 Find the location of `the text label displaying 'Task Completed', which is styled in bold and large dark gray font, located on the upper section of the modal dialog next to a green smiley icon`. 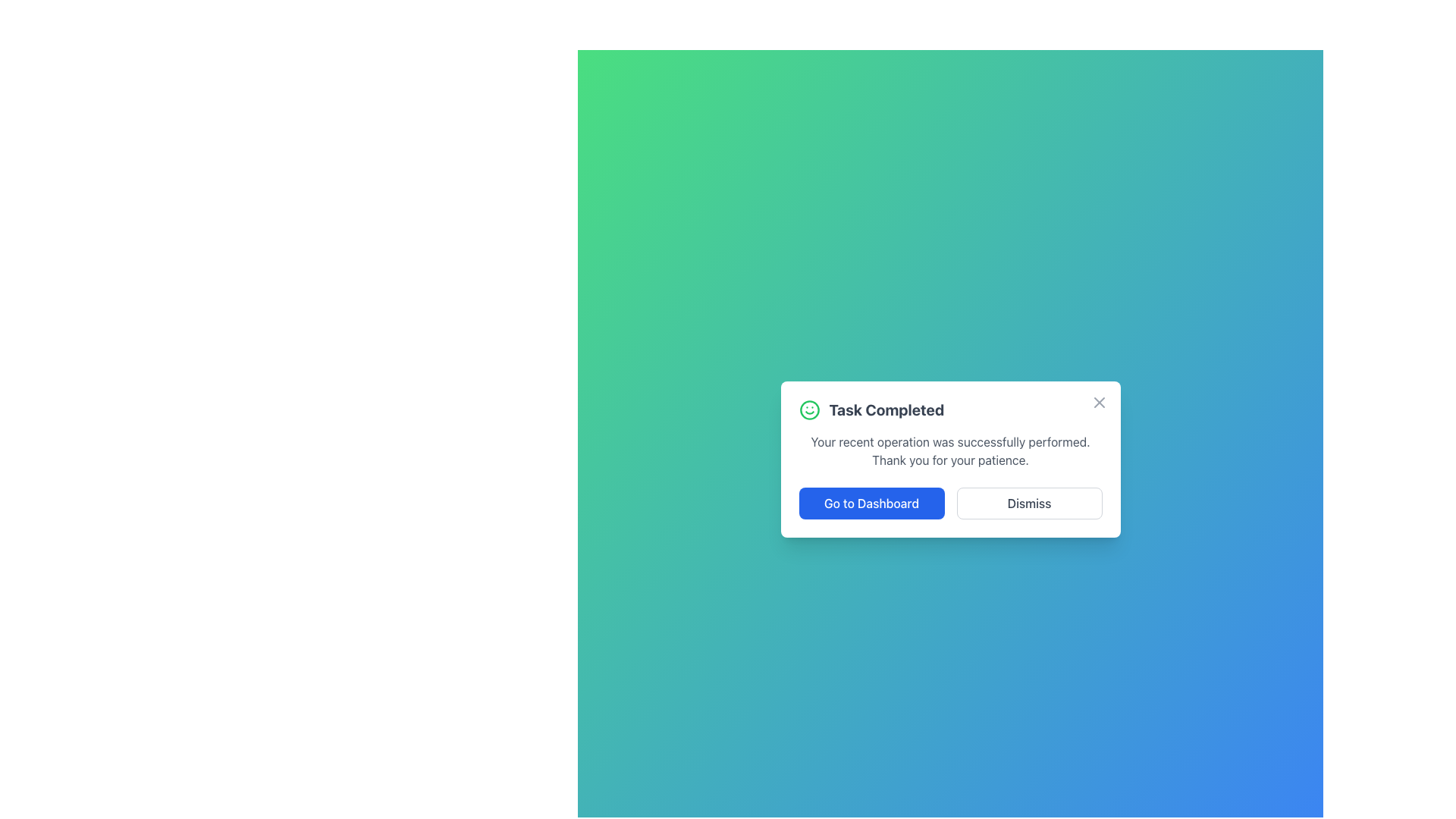

the text label displaying 'Task Completed', which is styled in bold and large dark gray font, located on the upper section of the modal dialog next to a green smiley icon is located at coordinates (886, 409).